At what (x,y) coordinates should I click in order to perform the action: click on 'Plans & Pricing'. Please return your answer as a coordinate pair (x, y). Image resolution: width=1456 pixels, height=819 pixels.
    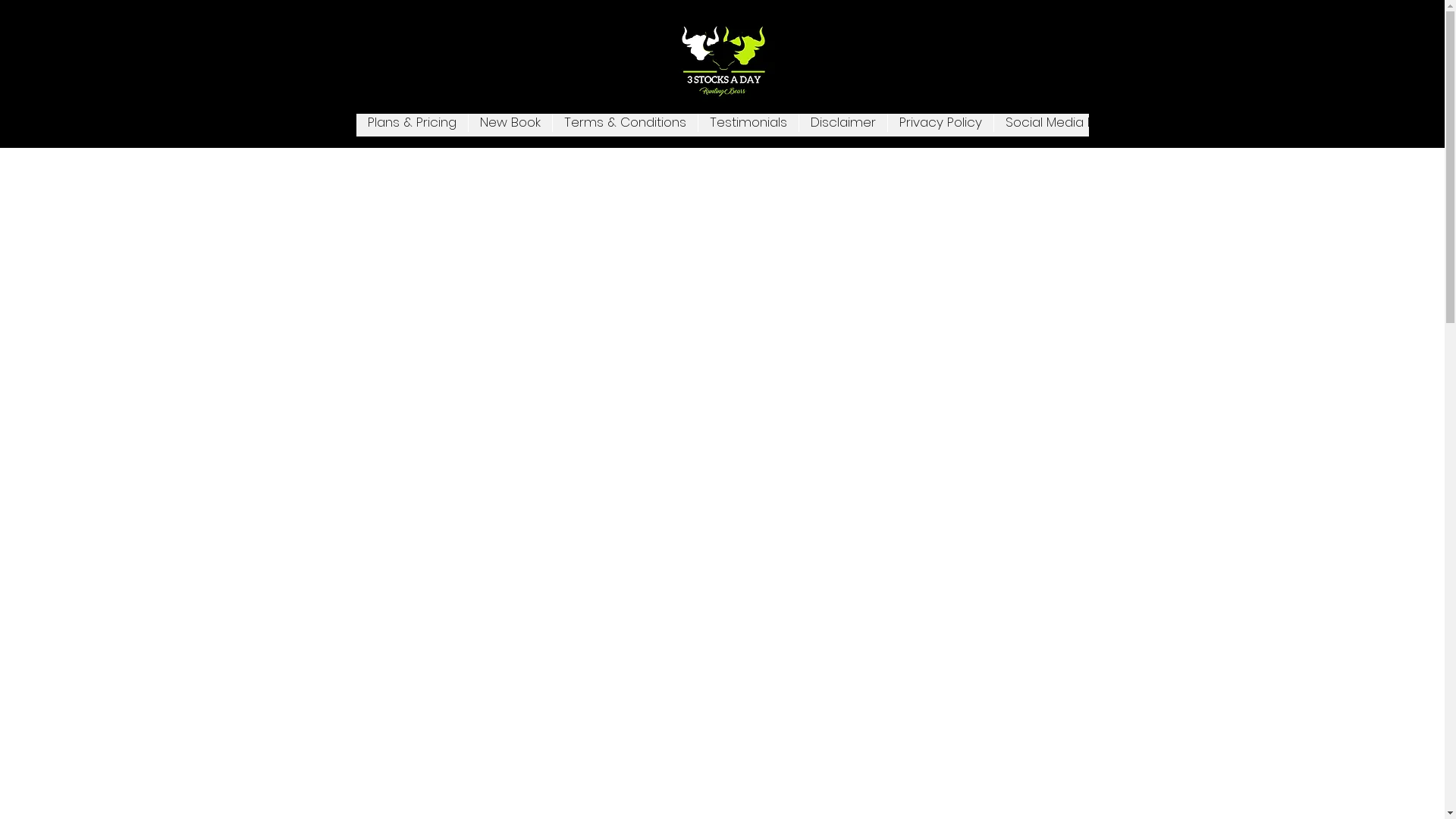
    Looking at the image, I should click on (356, 124).